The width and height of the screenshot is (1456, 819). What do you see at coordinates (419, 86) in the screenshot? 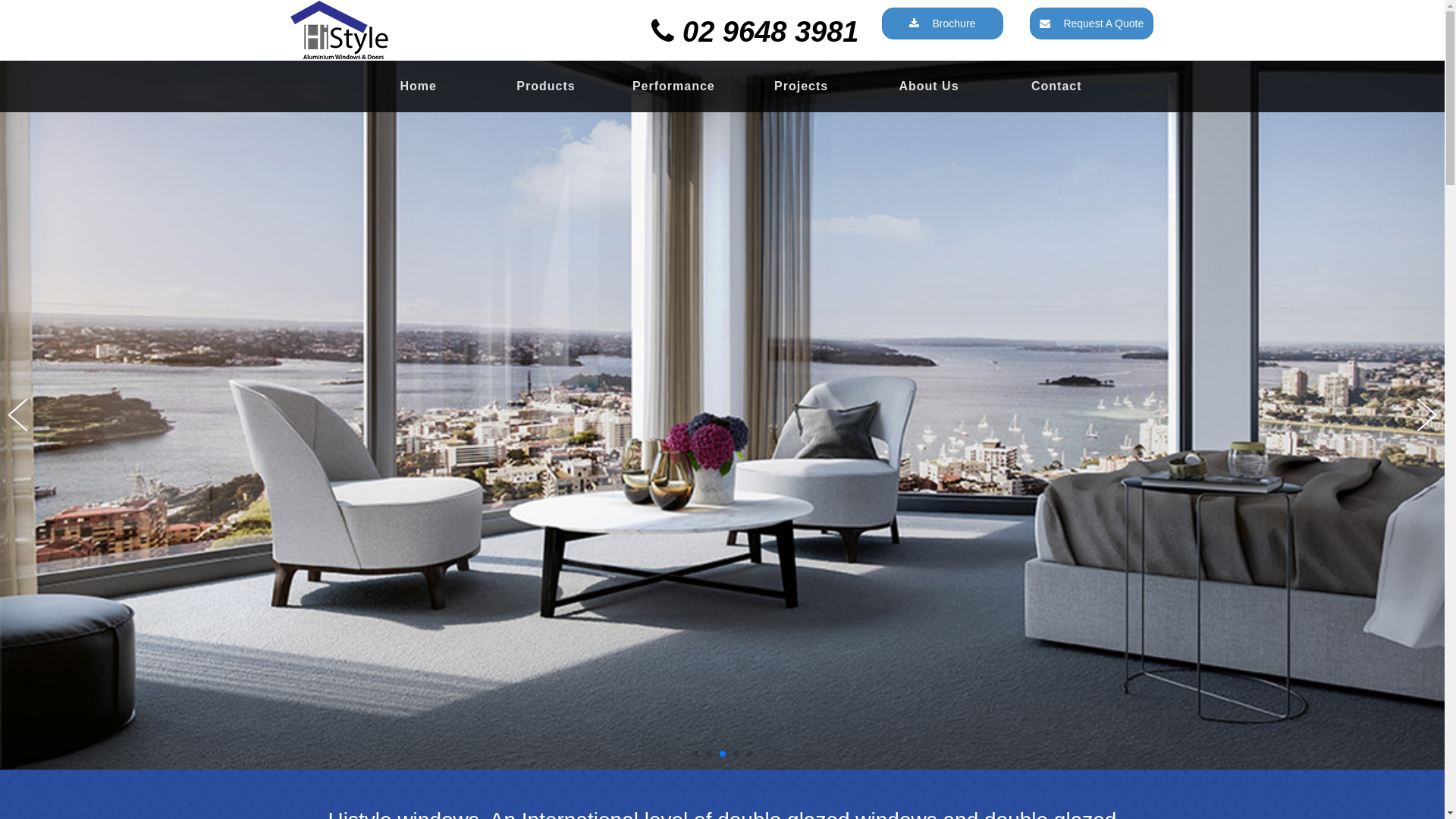
I see `'Home'` at bounding box center [419, 86].